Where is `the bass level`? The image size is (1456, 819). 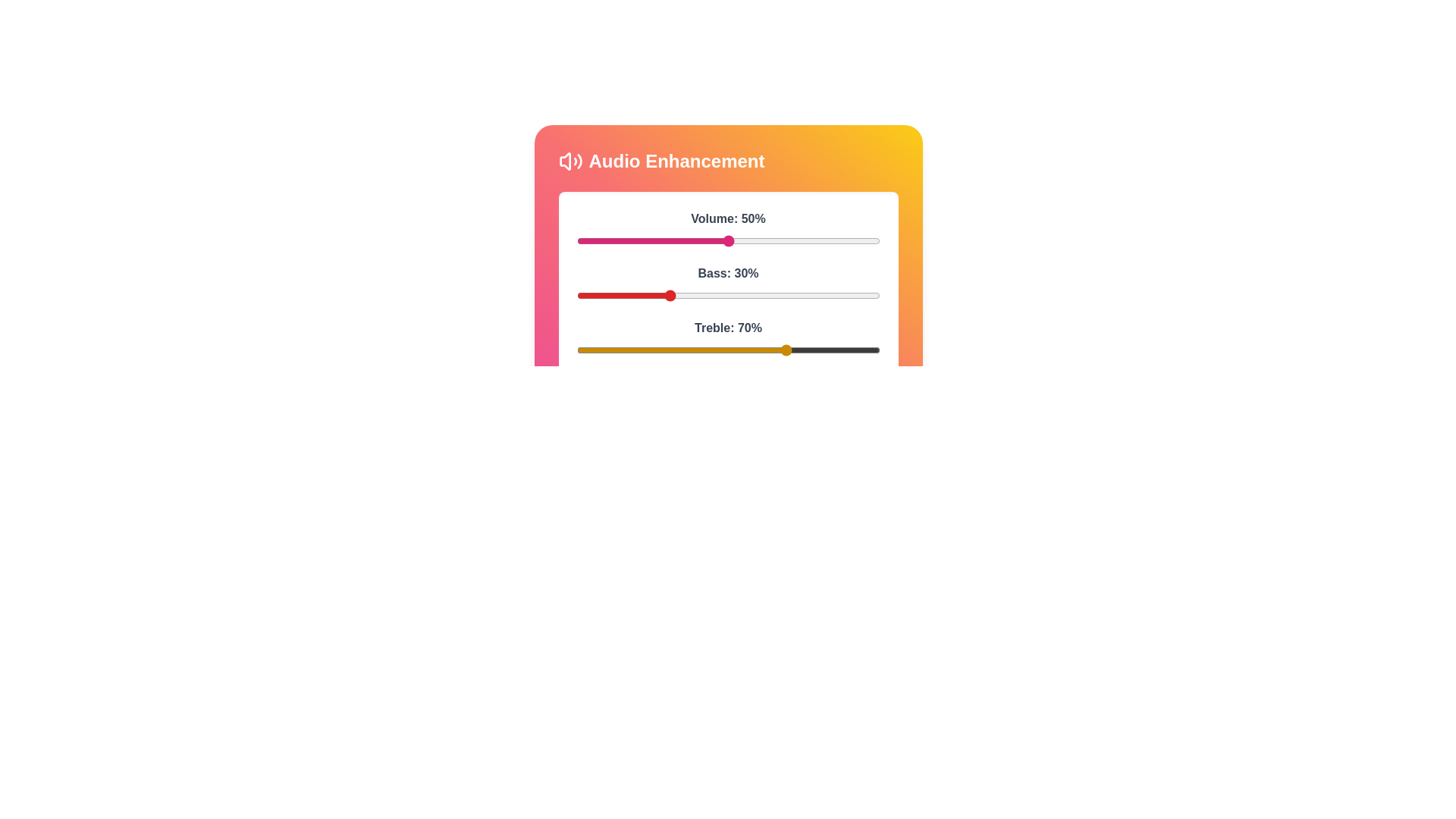 the bass level is located at coordinates (764, 295).